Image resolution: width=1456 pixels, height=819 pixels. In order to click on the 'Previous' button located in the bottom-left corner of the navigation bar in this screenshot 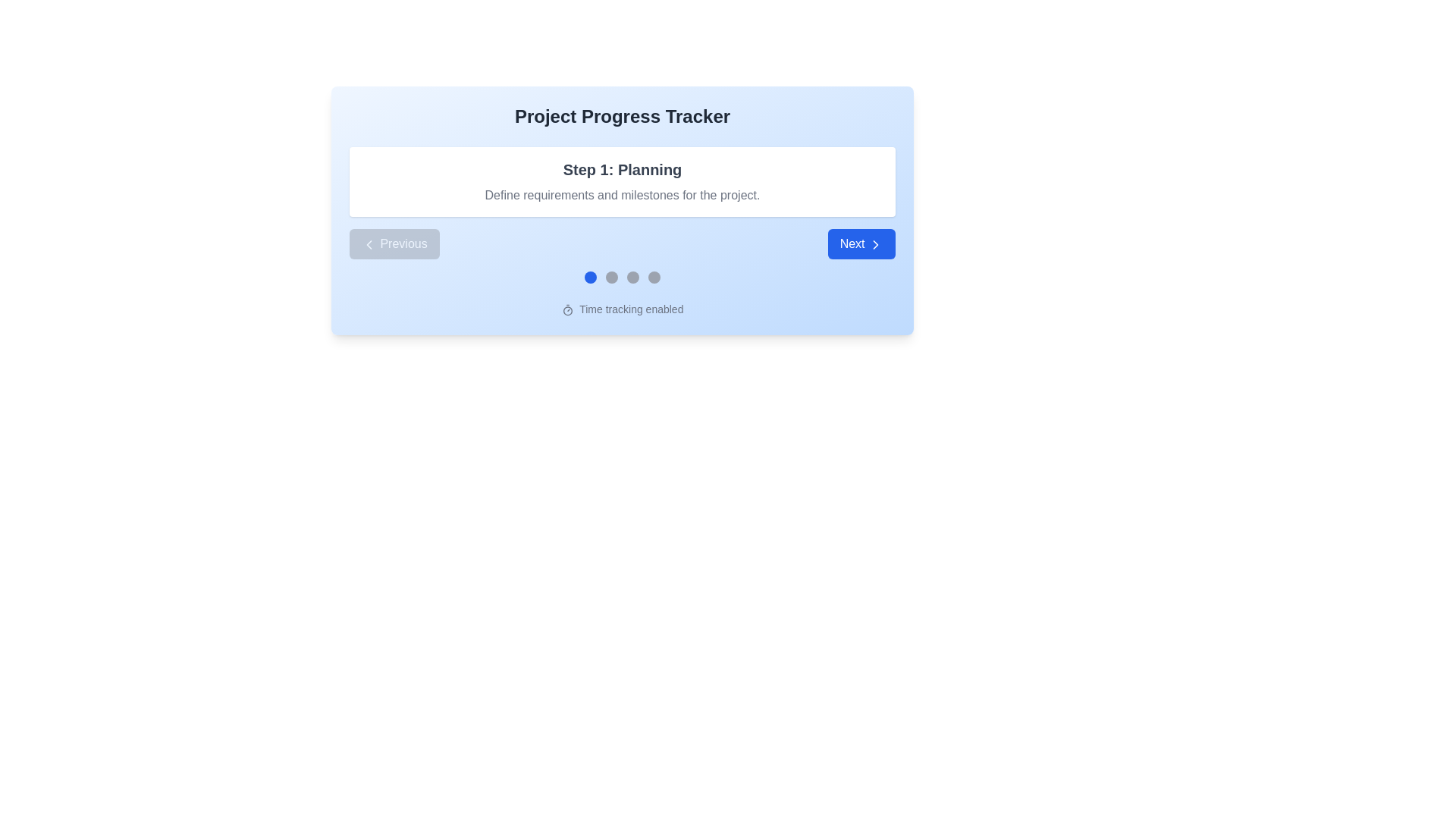, I will do `click(394, 243)`.